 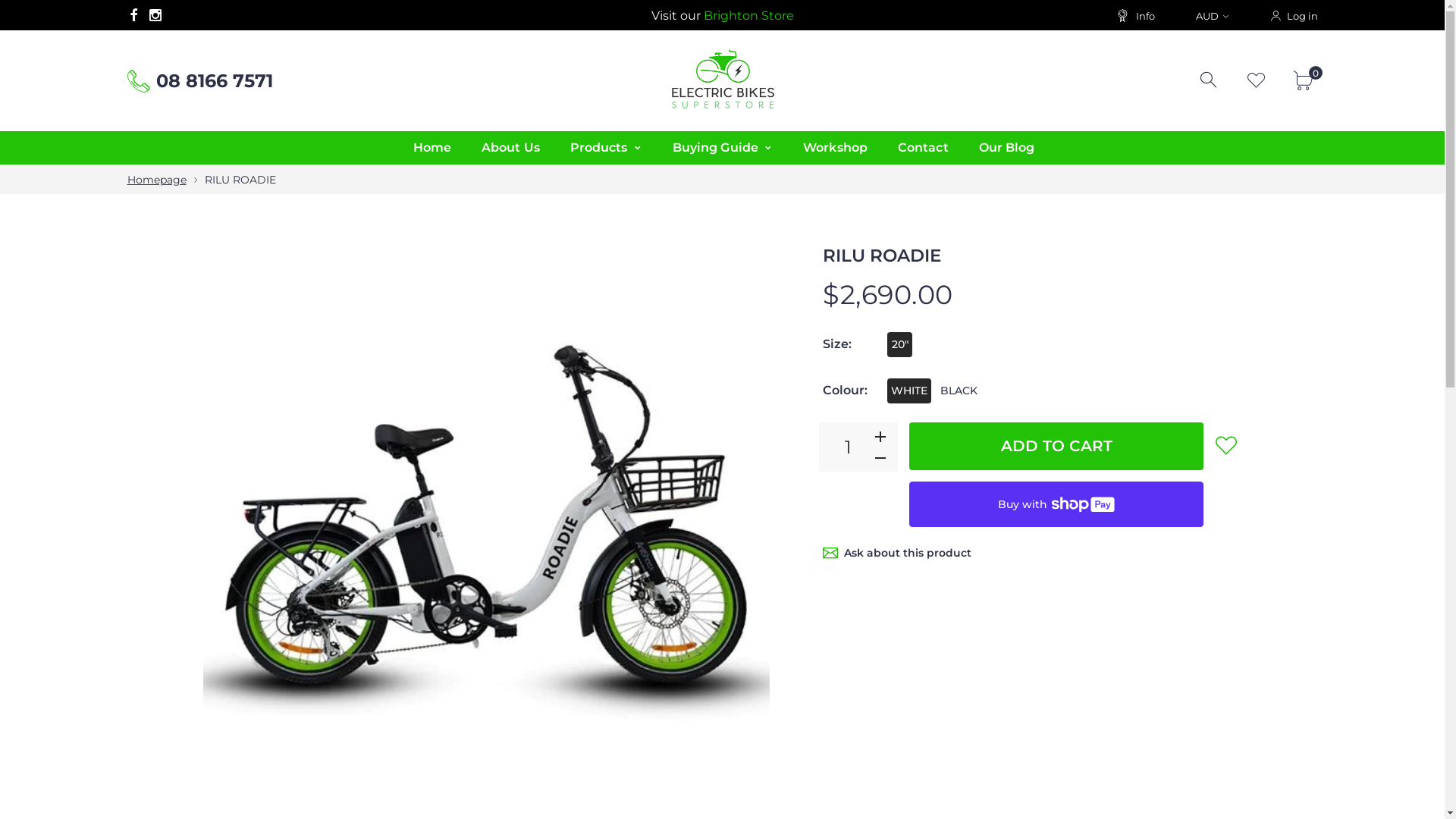 I want to click on 'Search', so click(x=1208, y=80).